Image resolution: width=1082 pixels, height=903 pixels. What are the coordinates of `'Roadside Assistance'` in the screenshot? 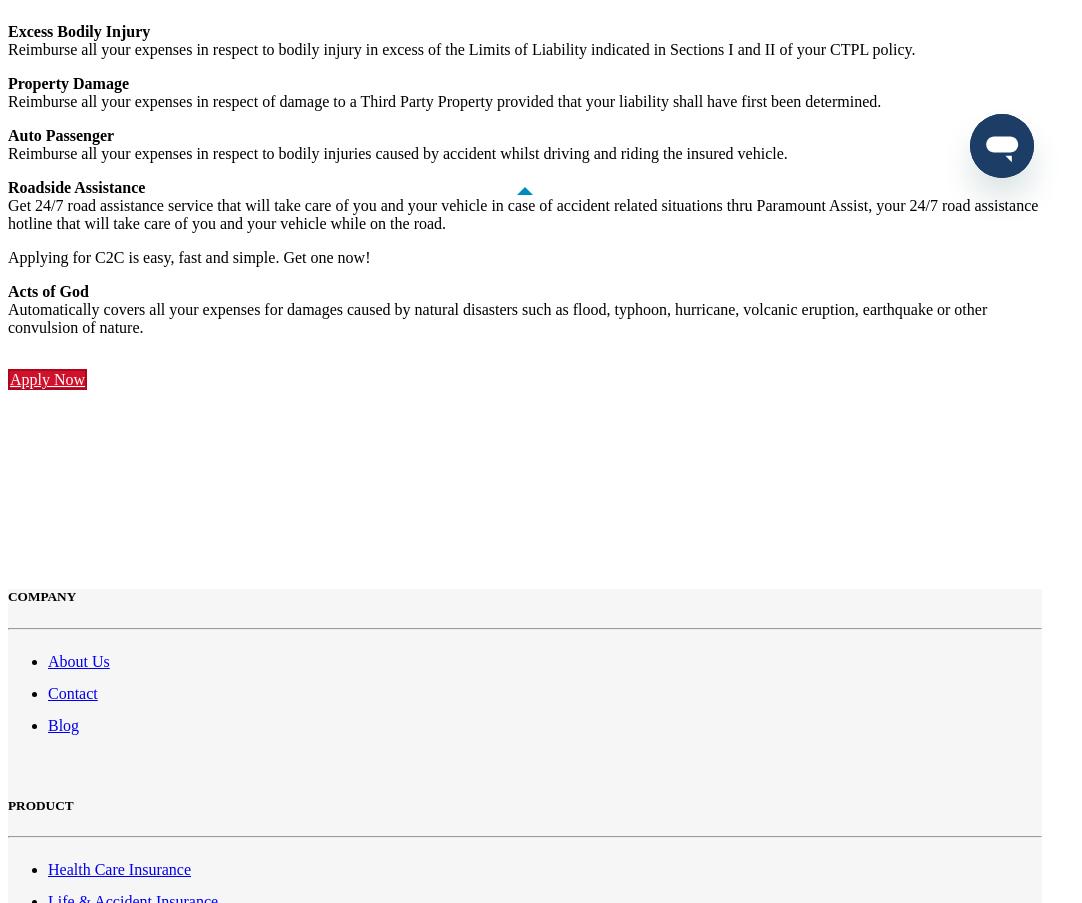 It's located at (75, 186).